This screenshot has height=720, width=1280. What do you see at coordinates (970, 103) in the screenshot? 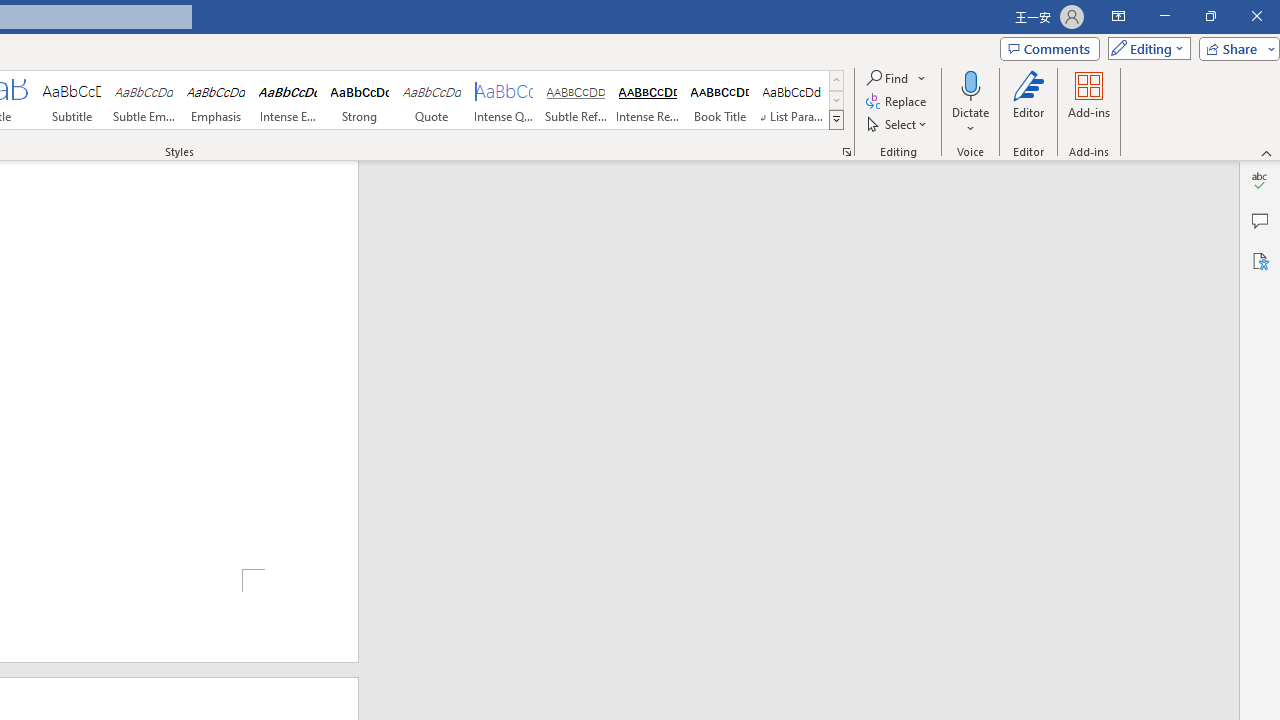
I see `'Dictate'` at bounding box center [970, 103].